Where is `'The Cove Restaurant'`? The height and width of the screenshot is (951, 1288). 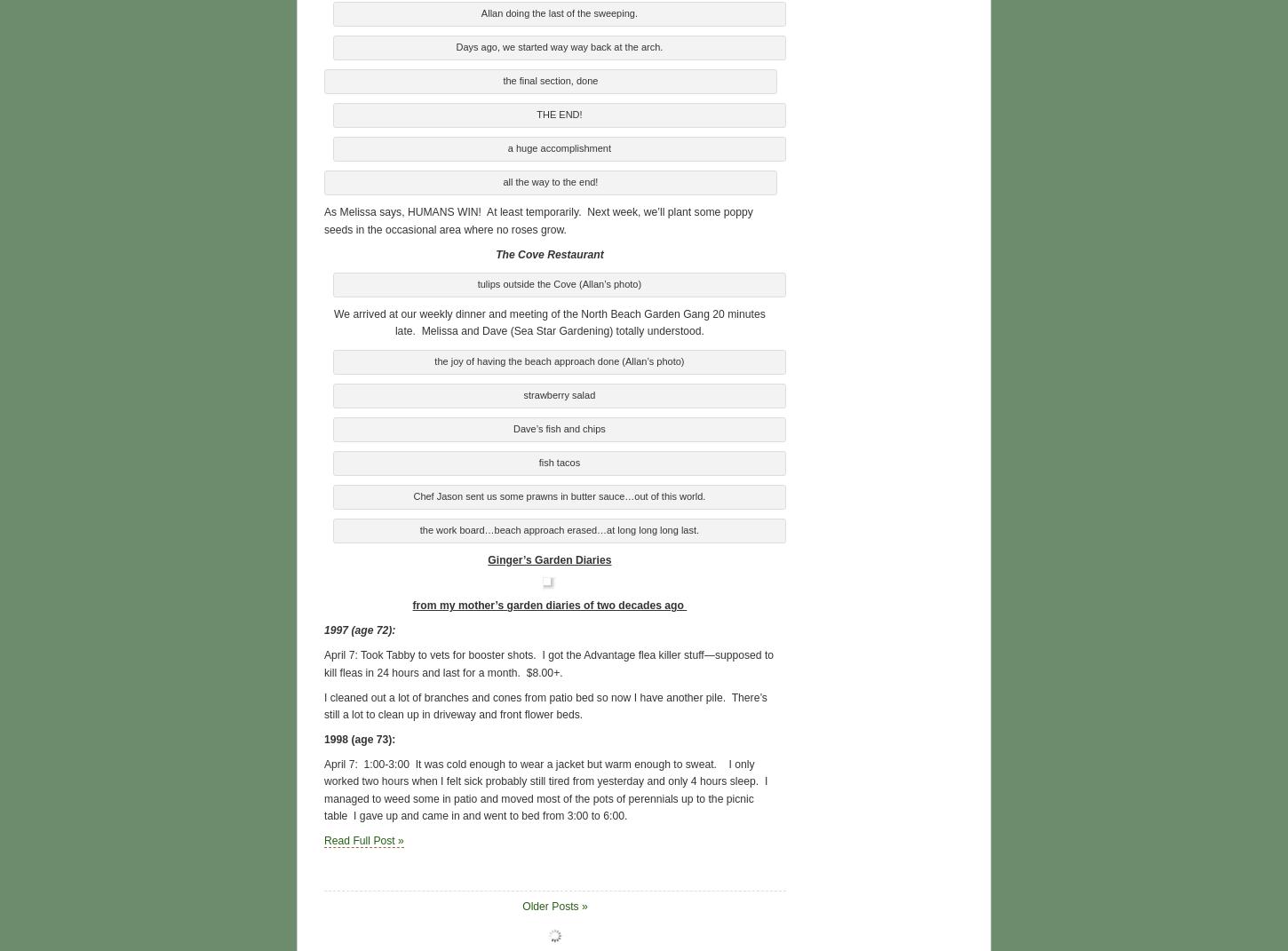 'The Cove Restaurant' is located at coordinates (548, 252).